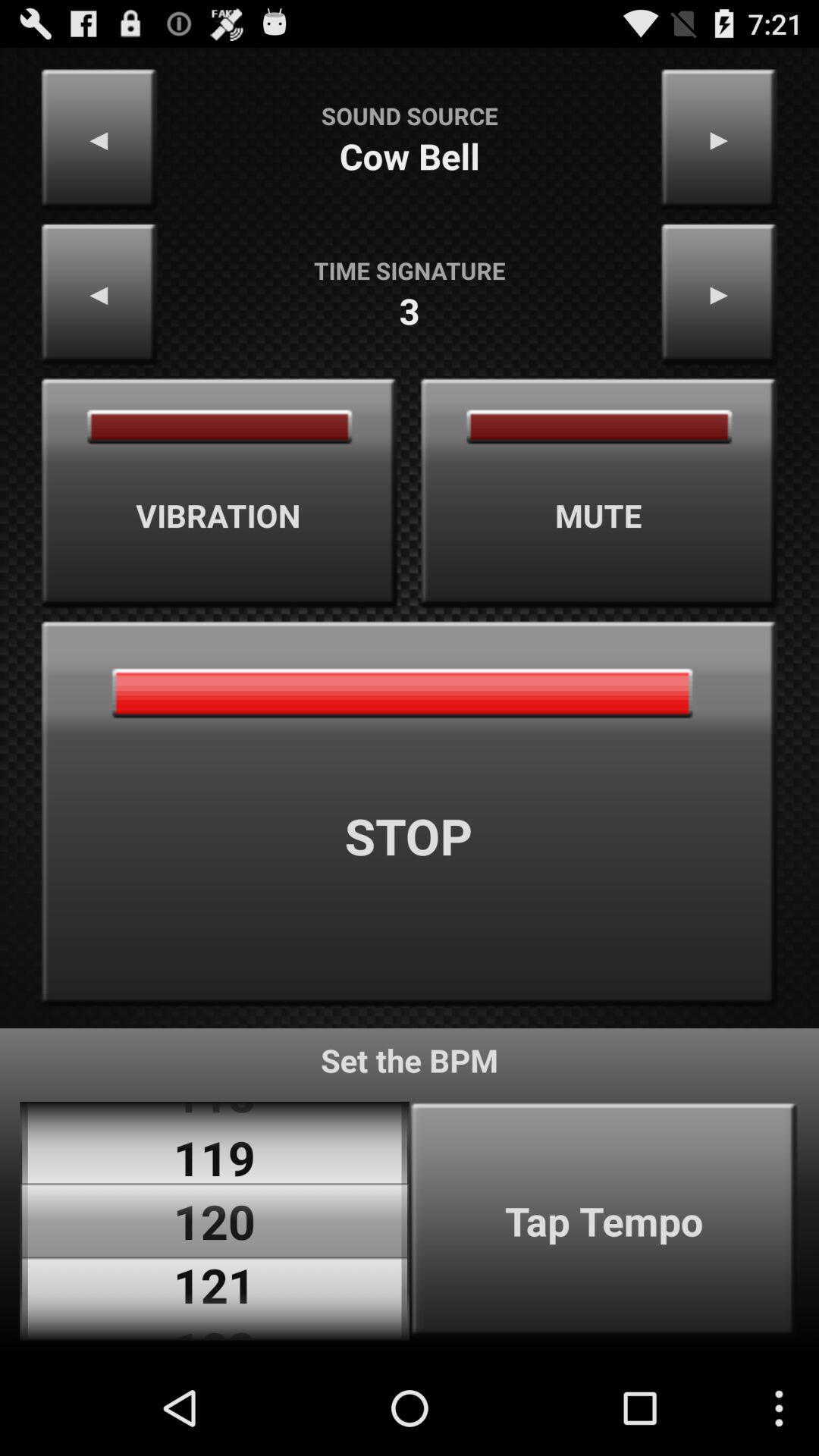 The width and height of the screenshot is (819, 1456). Describe the element at coordinates (409, 813) in the screenshot. I see `stop item` at that location.